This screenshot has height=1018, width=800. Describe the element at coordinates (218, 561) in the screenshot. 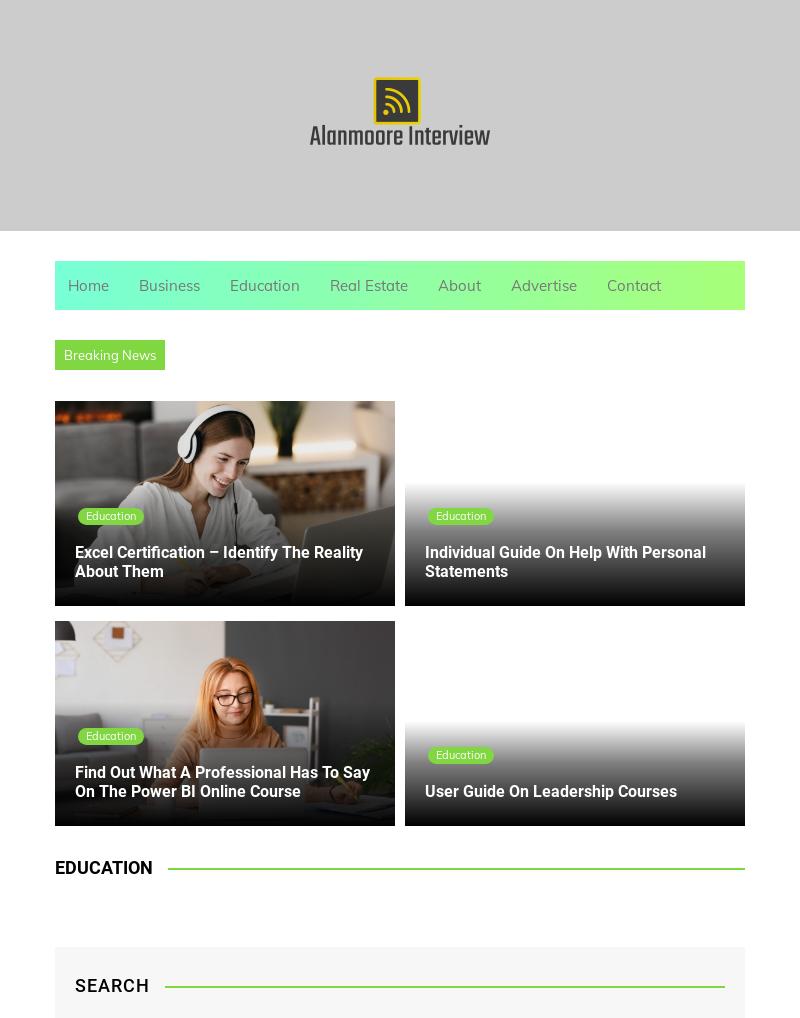

I see `'Excel Certification – Identify The Reality About Them'` at that location.